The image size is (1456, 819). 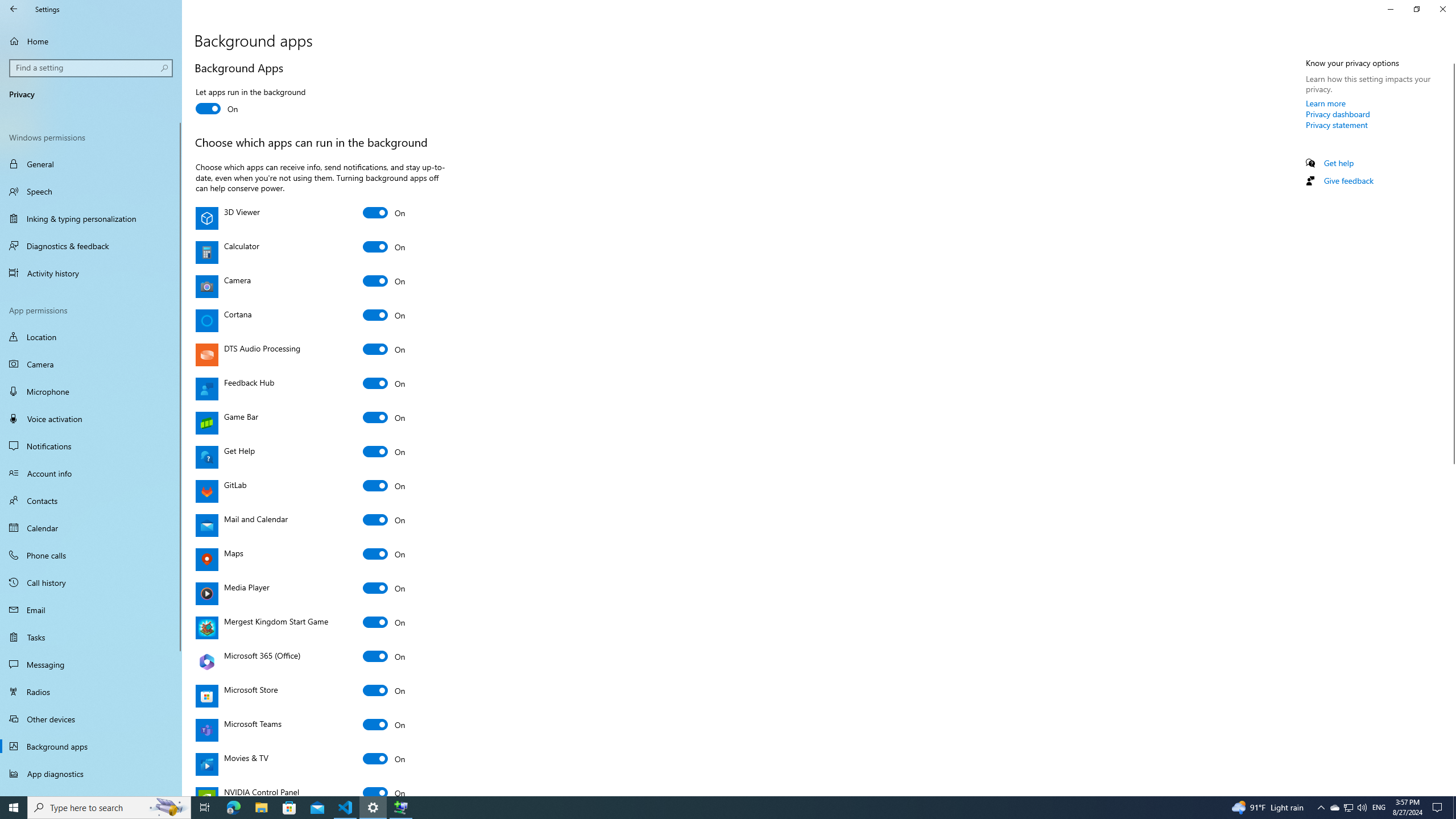 I want to click on 'File Explorer', so click(x=260, y=806).